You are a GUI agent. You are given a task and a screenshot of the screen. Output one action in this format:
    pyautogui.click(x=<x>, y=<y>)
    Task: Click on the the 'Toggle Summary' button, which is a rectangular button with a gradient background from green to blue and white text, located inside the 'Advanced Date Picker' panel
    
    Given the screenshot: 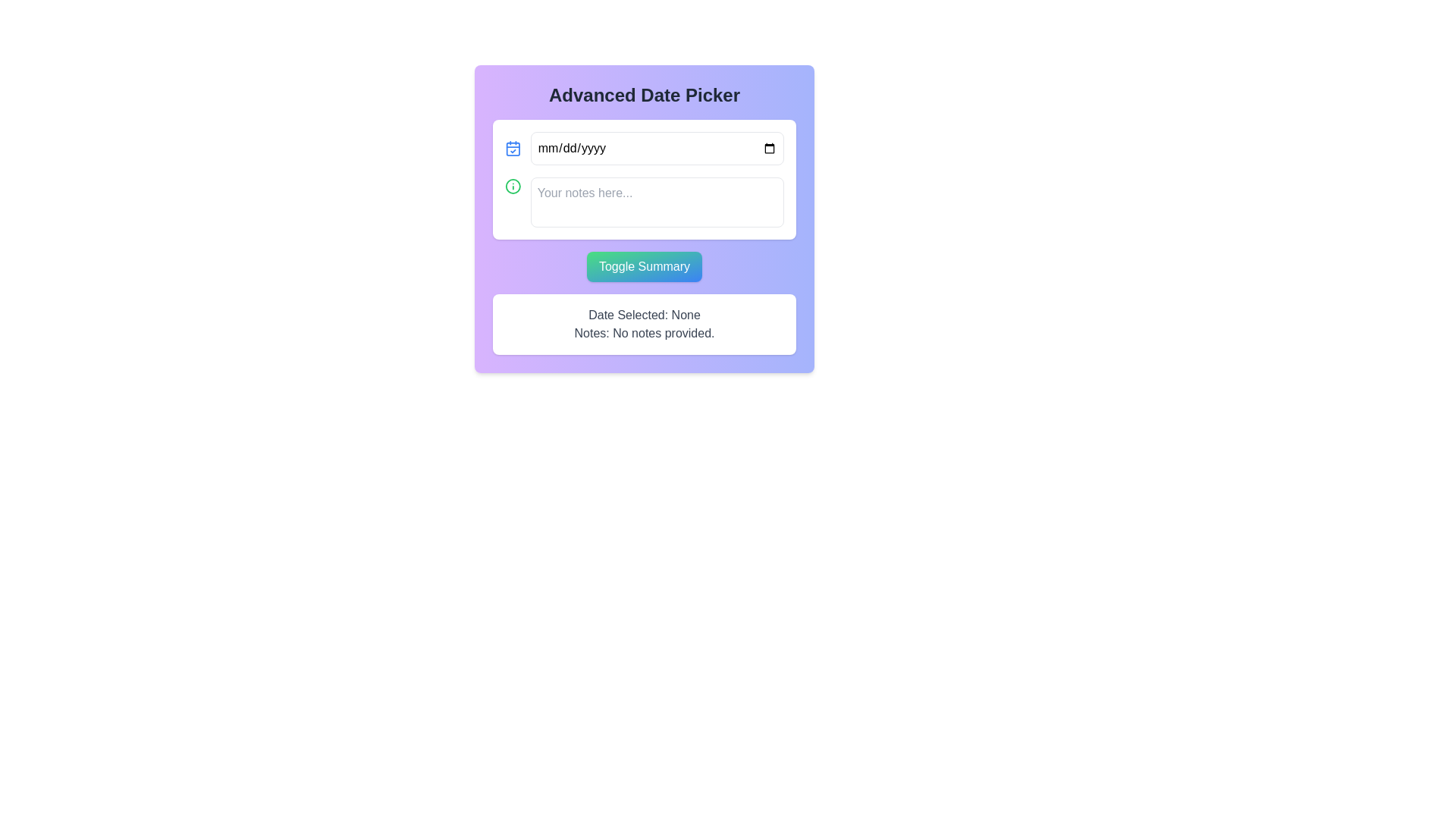 What is the action you would take?
    pyautogui.click(x=644, y=265)
    